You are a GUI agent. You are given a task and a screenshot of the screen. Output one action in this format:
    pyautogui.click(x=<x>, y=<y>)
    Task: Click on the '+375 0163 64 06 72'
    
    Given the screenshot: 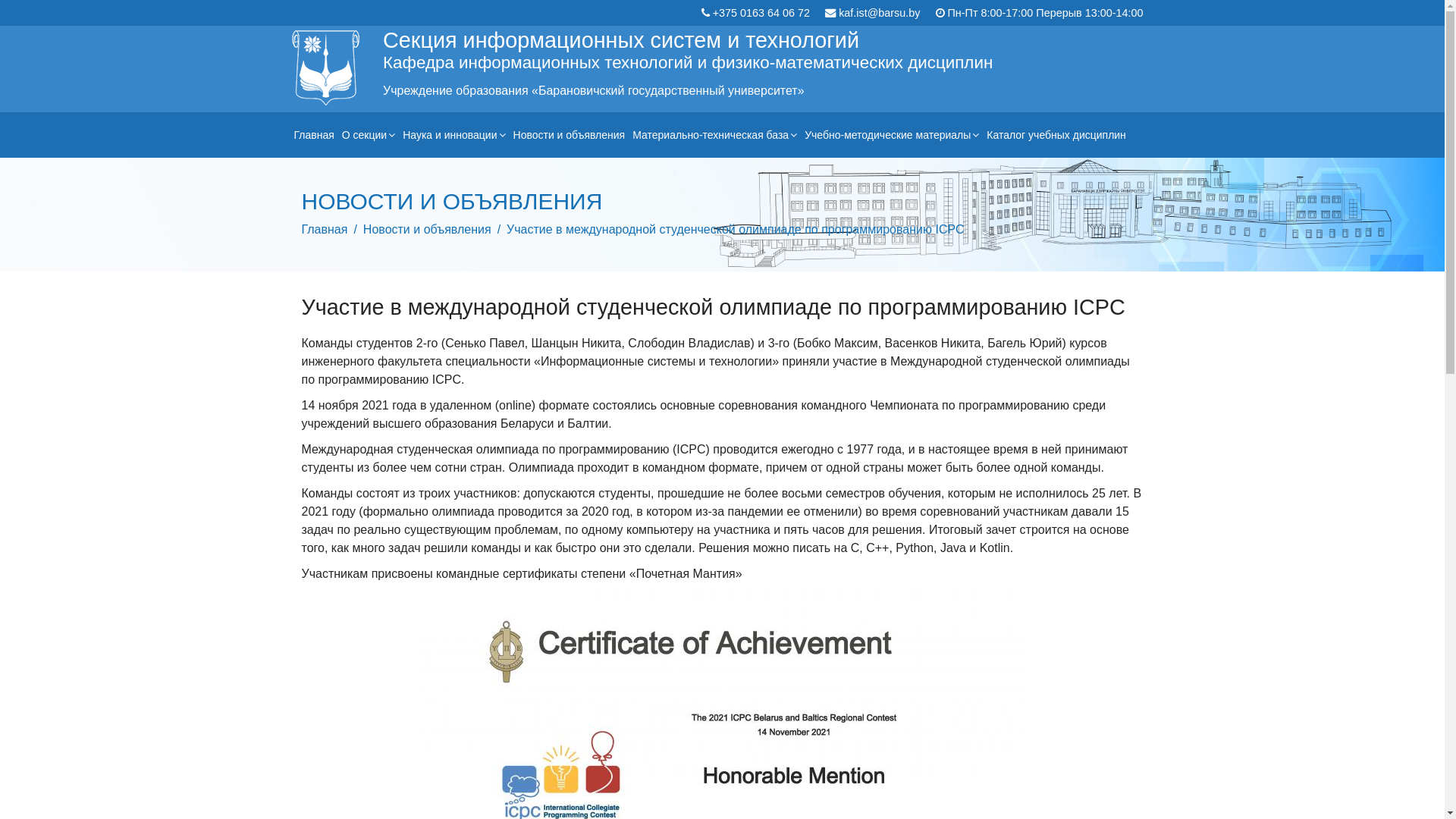 What is the action you would take?
    pyautogui.click(x=761, y=12)
    